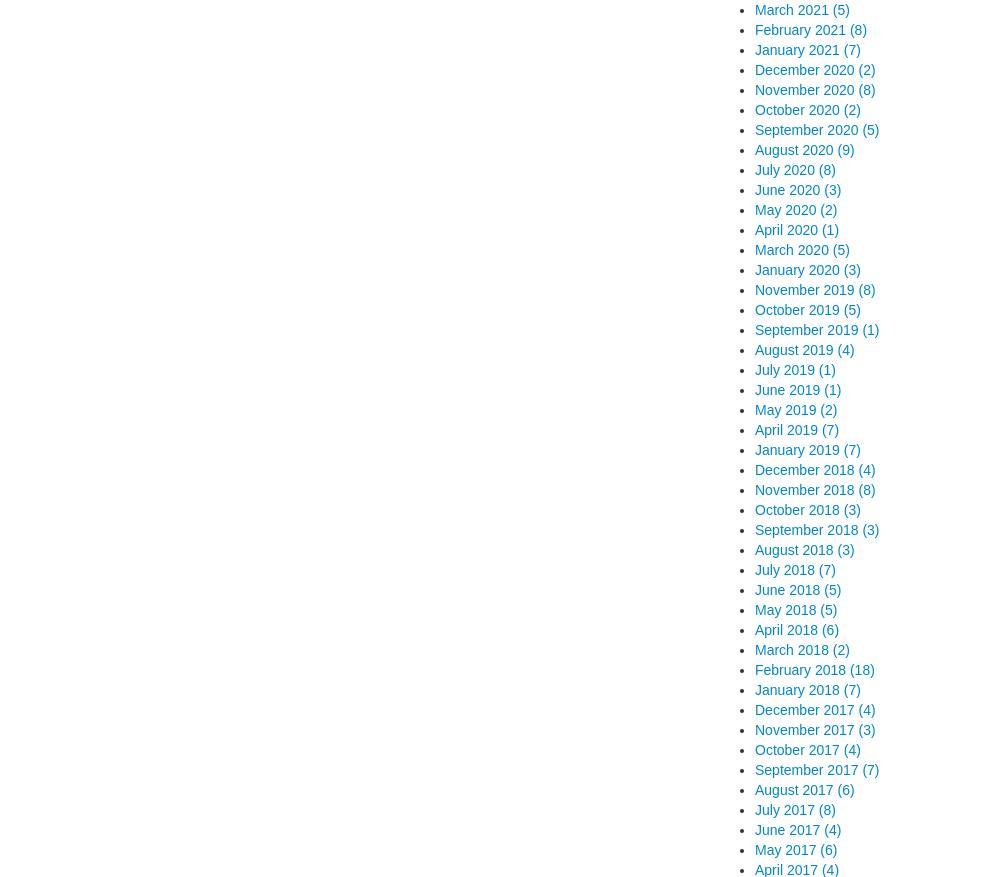 This screenshot has width=1000, height=877. What do you see at coordinates (811, 28) in the screenshot?
I see `'February 2021 (8)'` at bounding box center [811, 28].